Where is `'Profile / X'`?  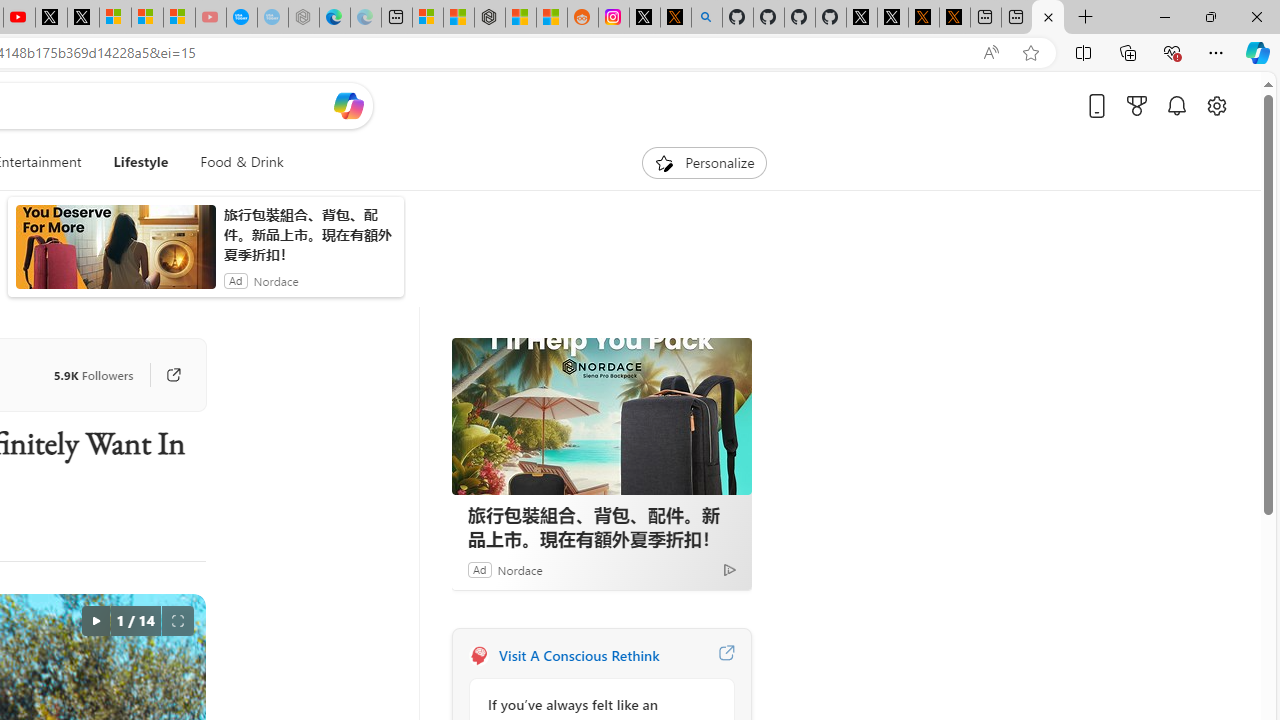 'Profile / X' is located at coordinates (830, 17).